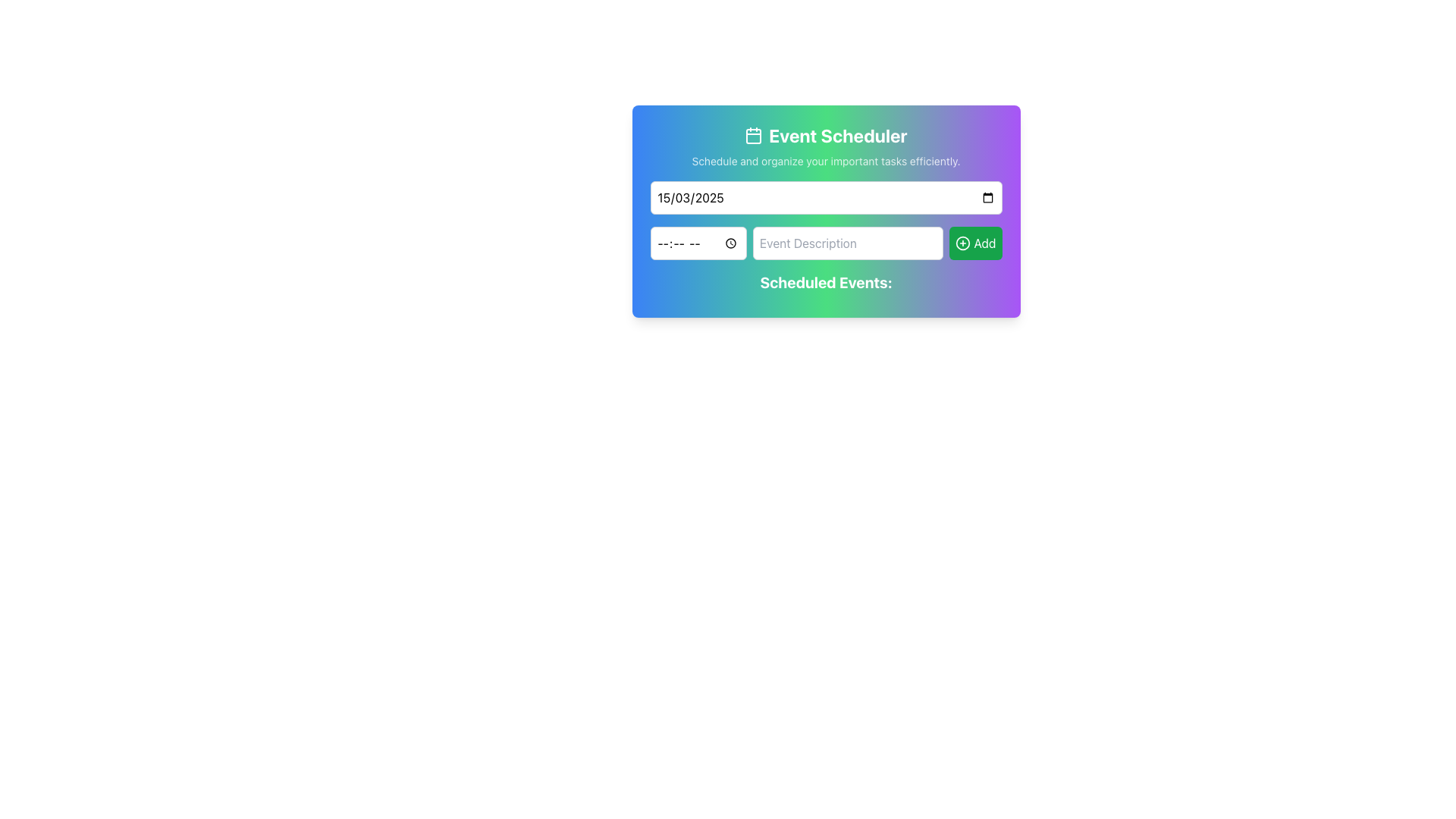 This screenshot has height=819, width=1456. I want to click on the calendar icon located to the left of the 'Event Scheduler' text, so click(754, 134).